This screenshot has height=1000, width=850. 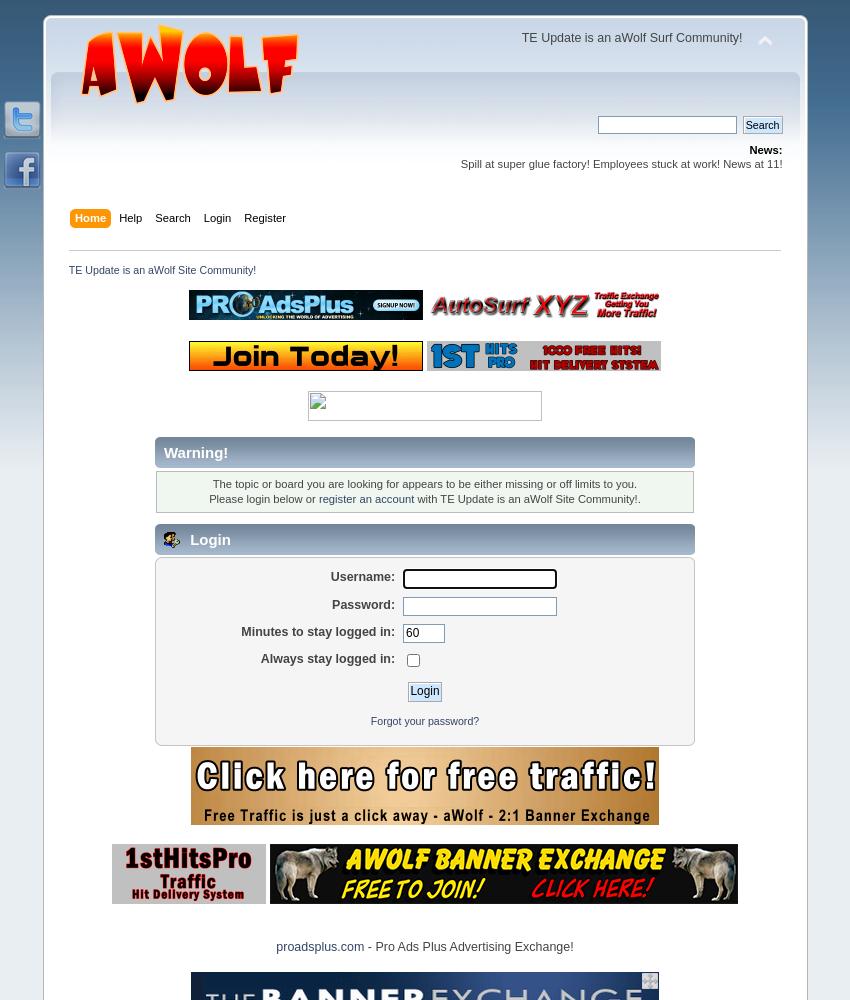 What do you see at coordinates (362, 603) in the screenshot?
I see `'Password:'` at bounding box center [362, 603].